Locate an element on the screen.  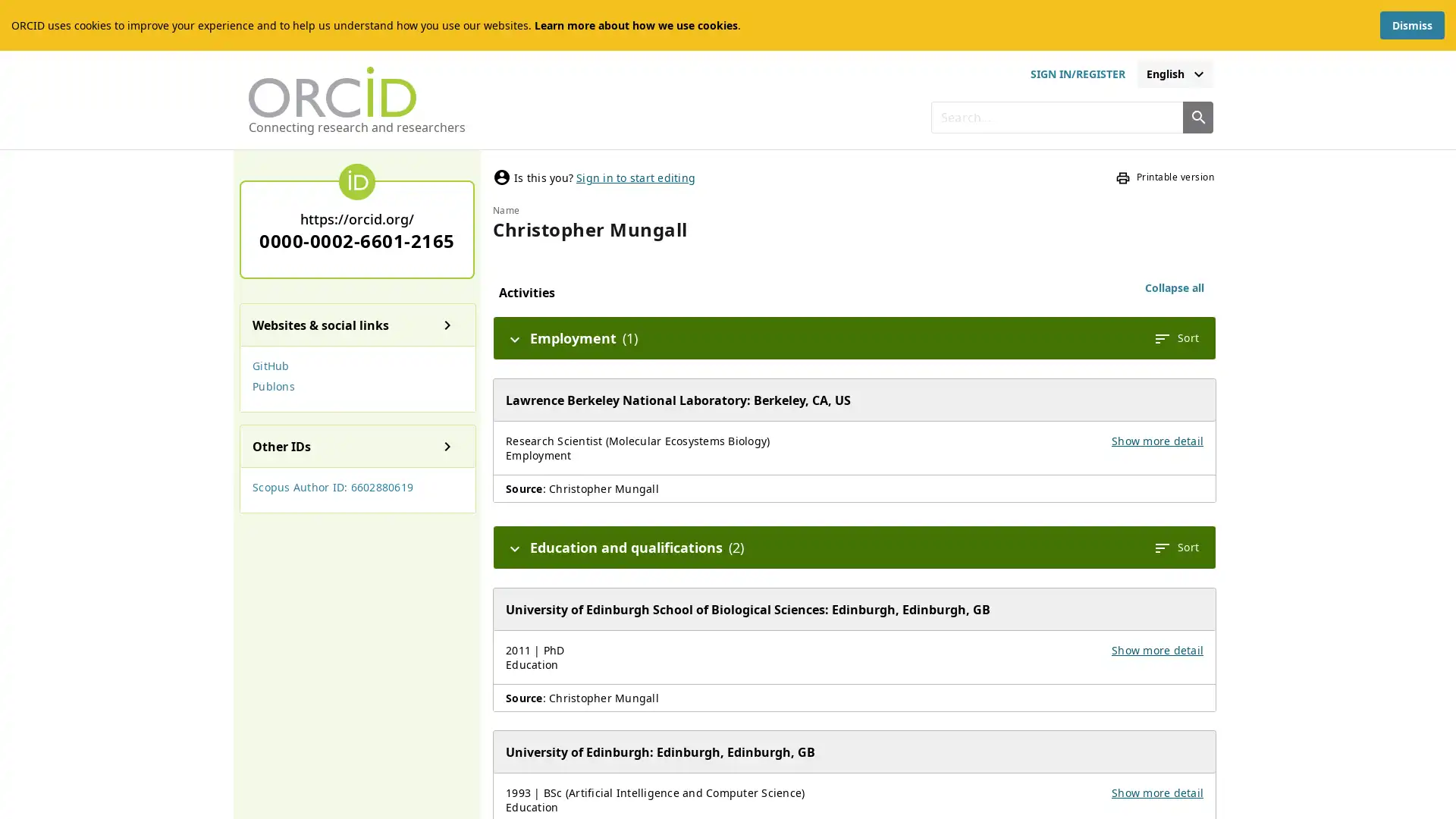
Hide details is located at coordinates (514, 547).